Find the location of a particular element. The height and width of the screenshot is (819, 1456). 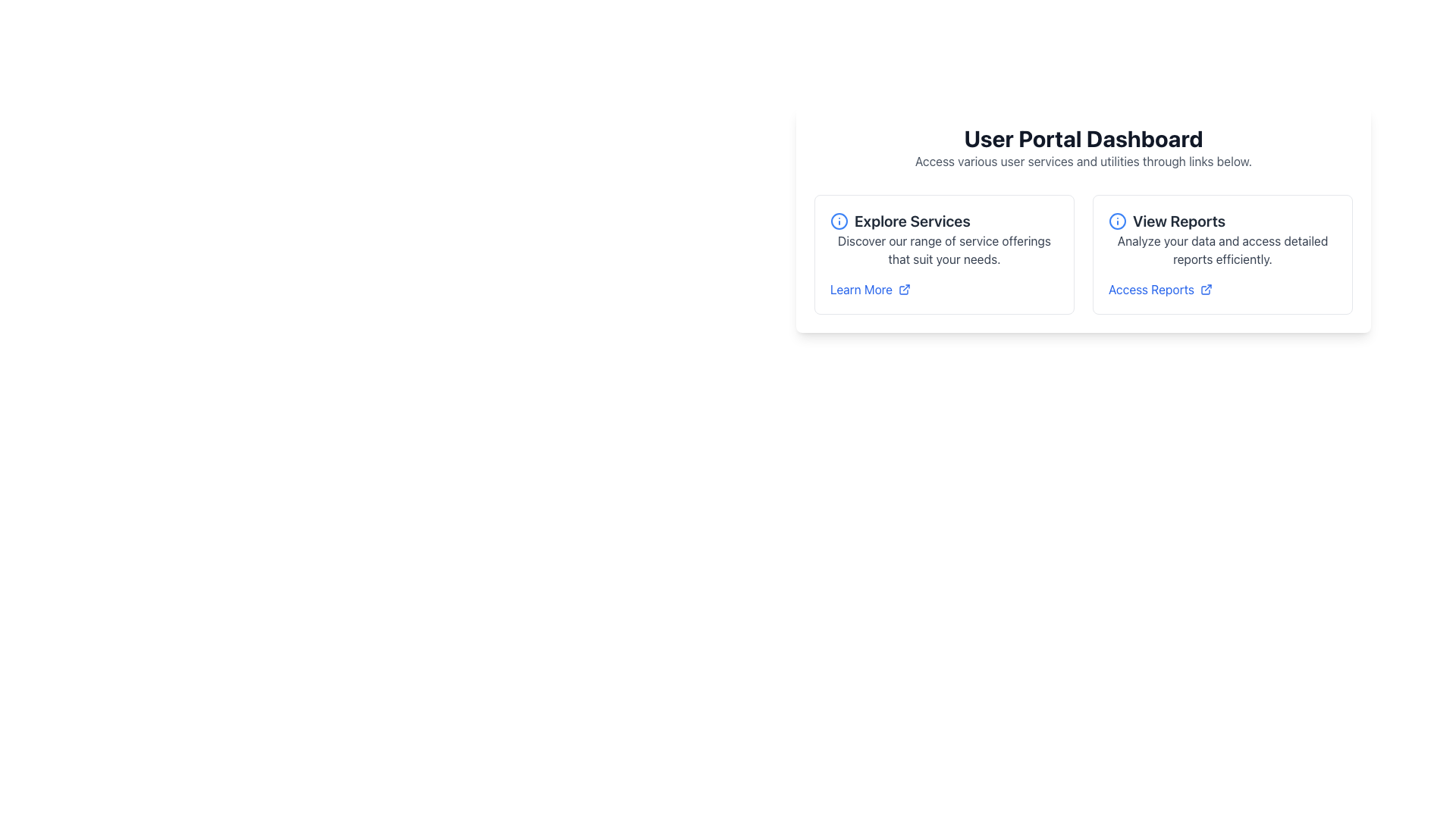

the text block displaying 'Analyze your data and access detailed reports efficiently.' located below the 'View Reports' title and above the 'Access Reports' link is located at coordinates (1222, 249).